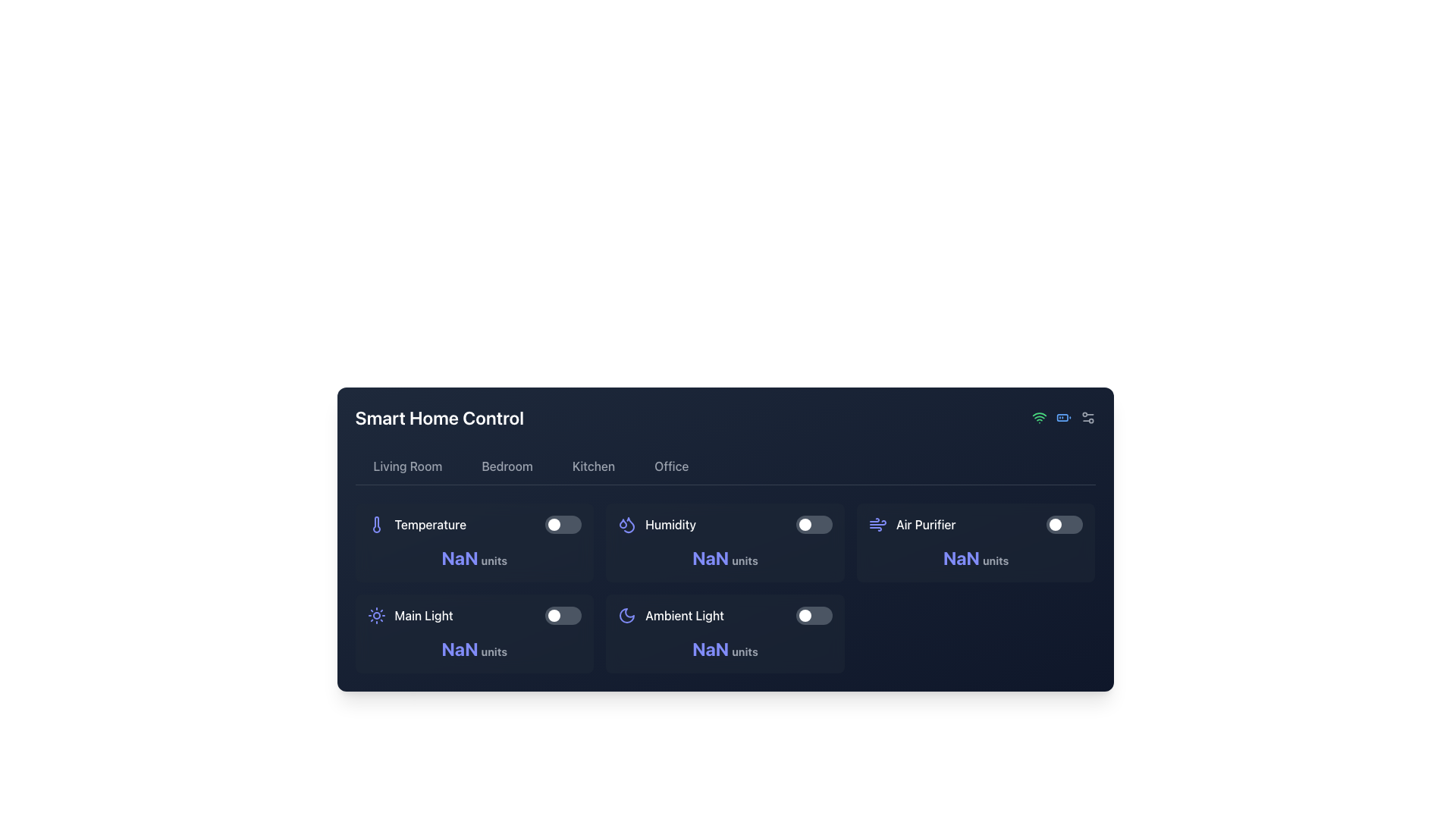 Image resolution: width=1456 pixels, height=819 pixels. Describe the element at coordinates (410, 616) in the screenshot. I see `the 'Main Light' label, which features a purple sun icon and bold white text, located in the bottom-left section of the 'Living Room' panel` at that location.